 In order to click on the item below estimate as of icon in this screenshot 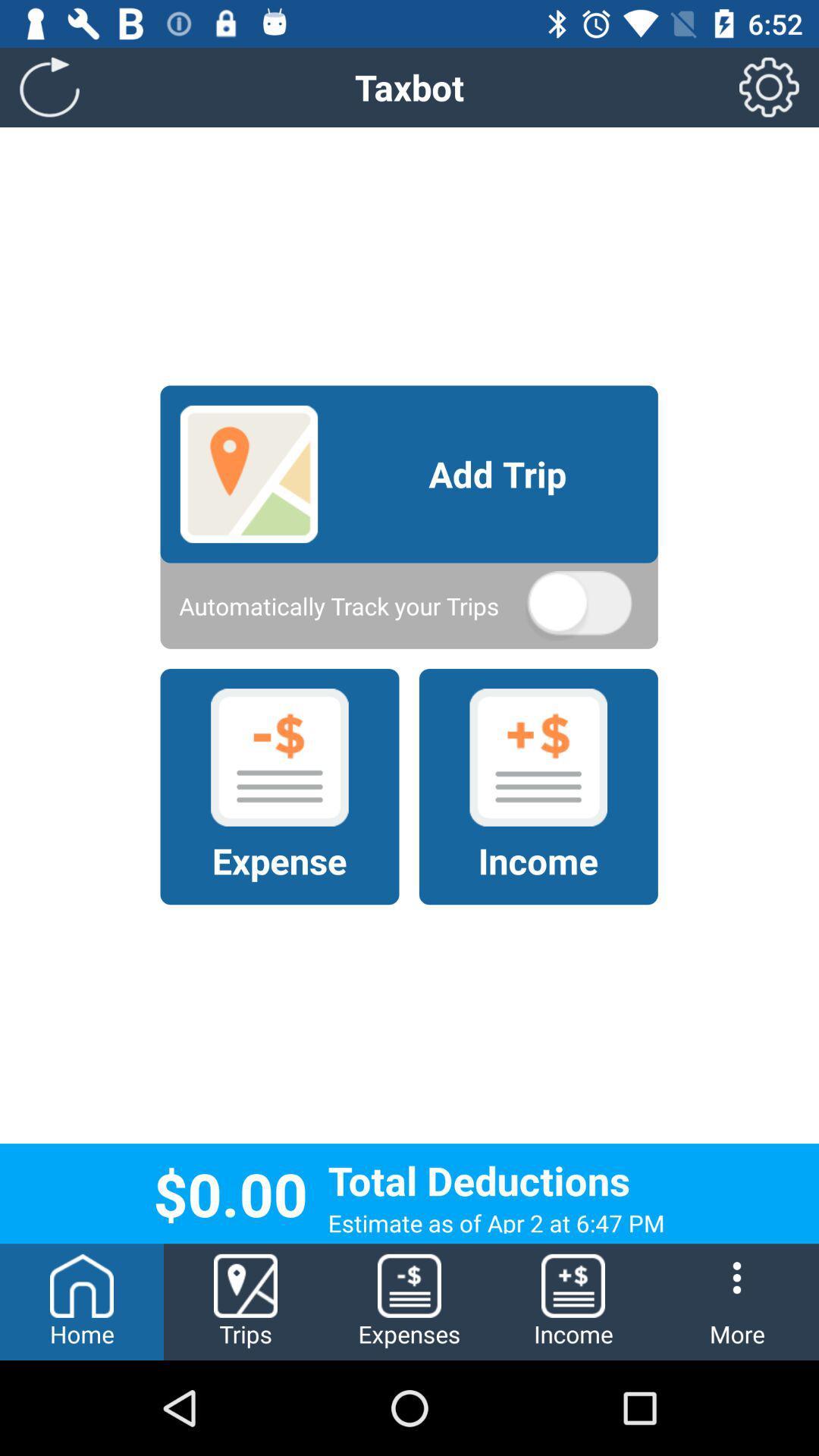, I will do `click(736, 1301)`.